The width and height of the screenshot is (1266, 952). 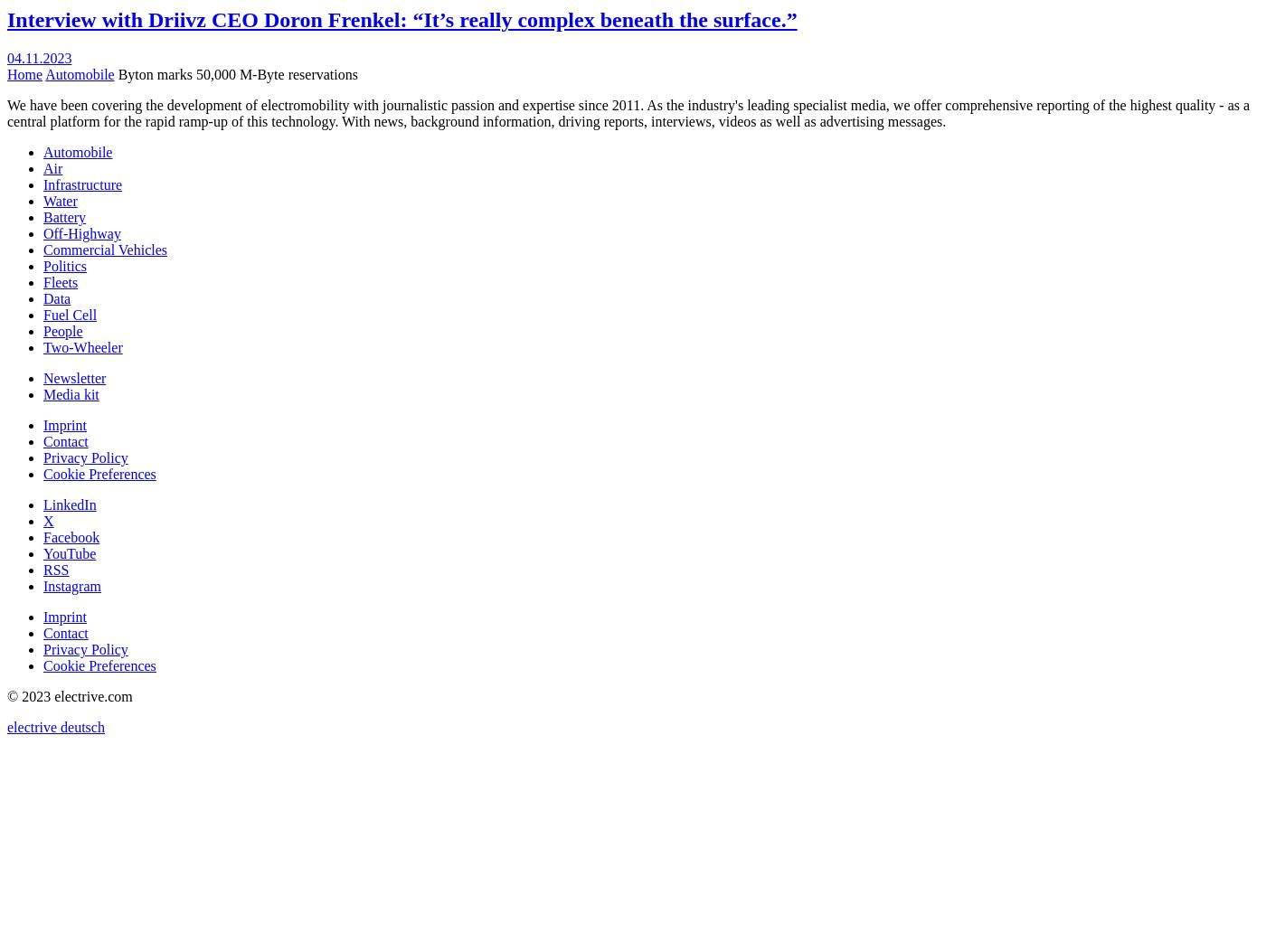 What do you see at coordinates (24, 73) in the screenshot?
I see `'Home'` at bounding box center [24, 73].